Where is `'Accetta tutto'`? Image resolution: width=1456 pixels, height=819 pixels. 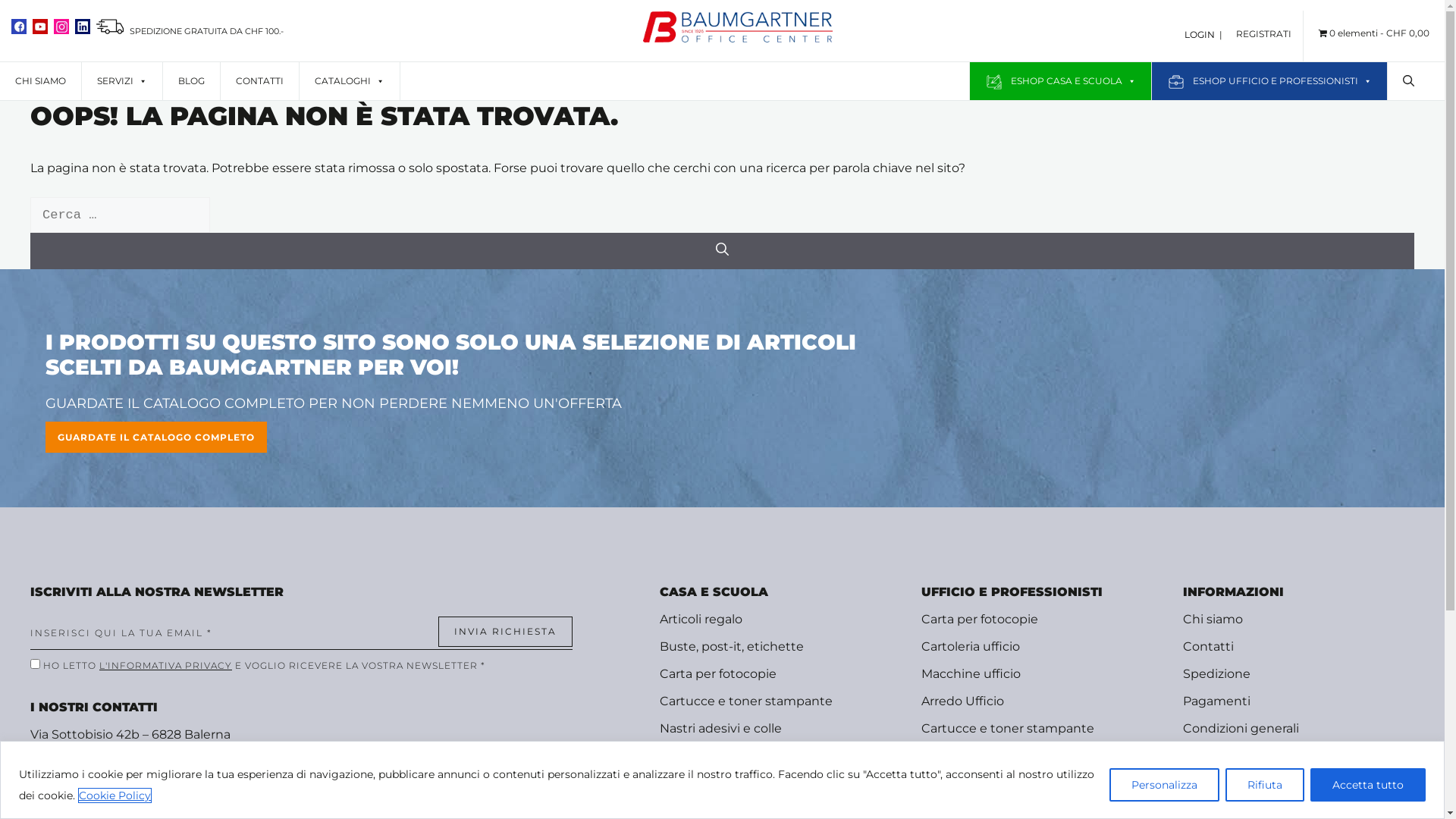 'Accetta tutto' is located at coordinates (1368, 783).